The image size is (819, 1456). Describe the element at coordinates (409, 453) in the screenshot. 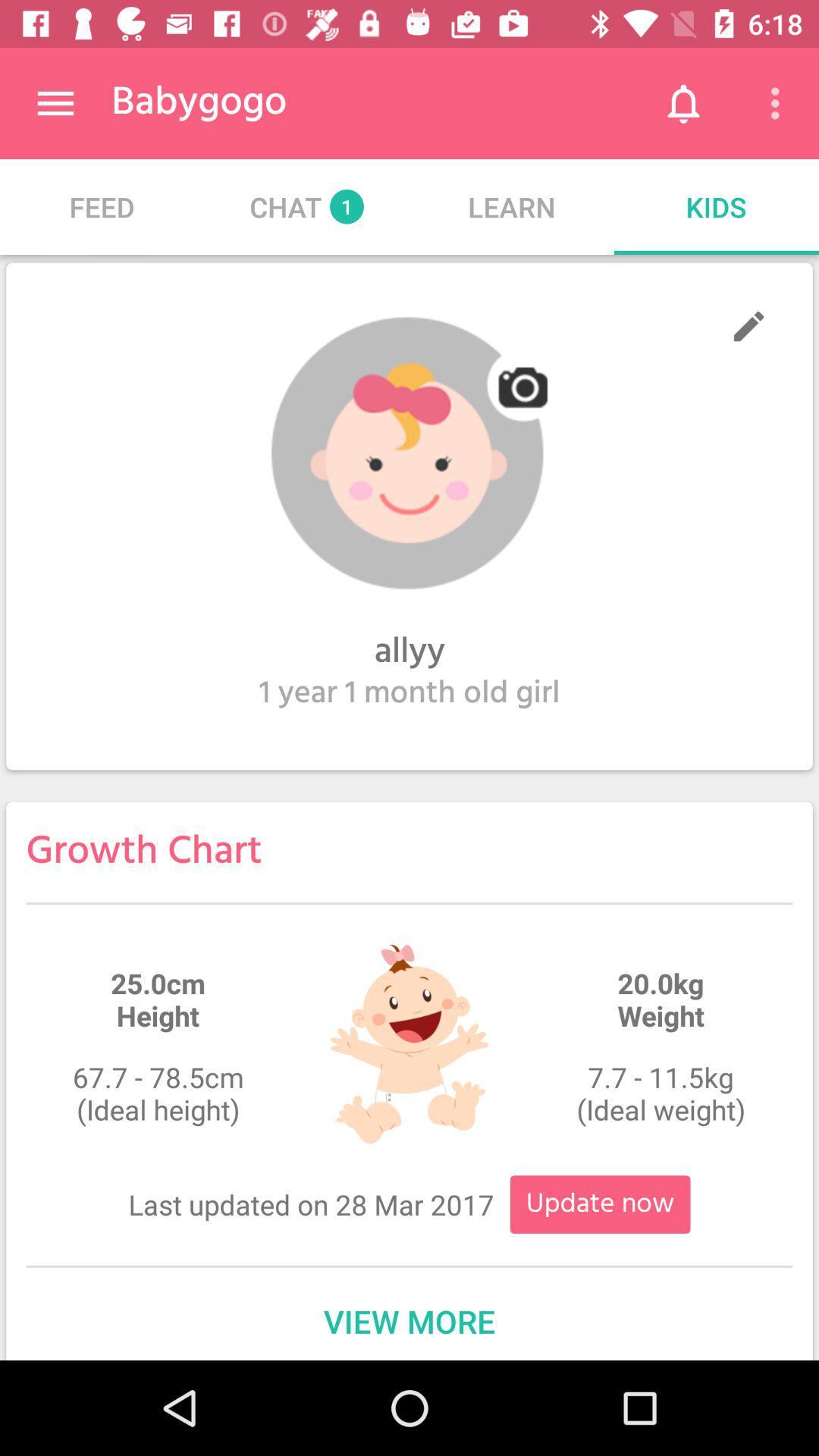

I see `camera image` at that location.